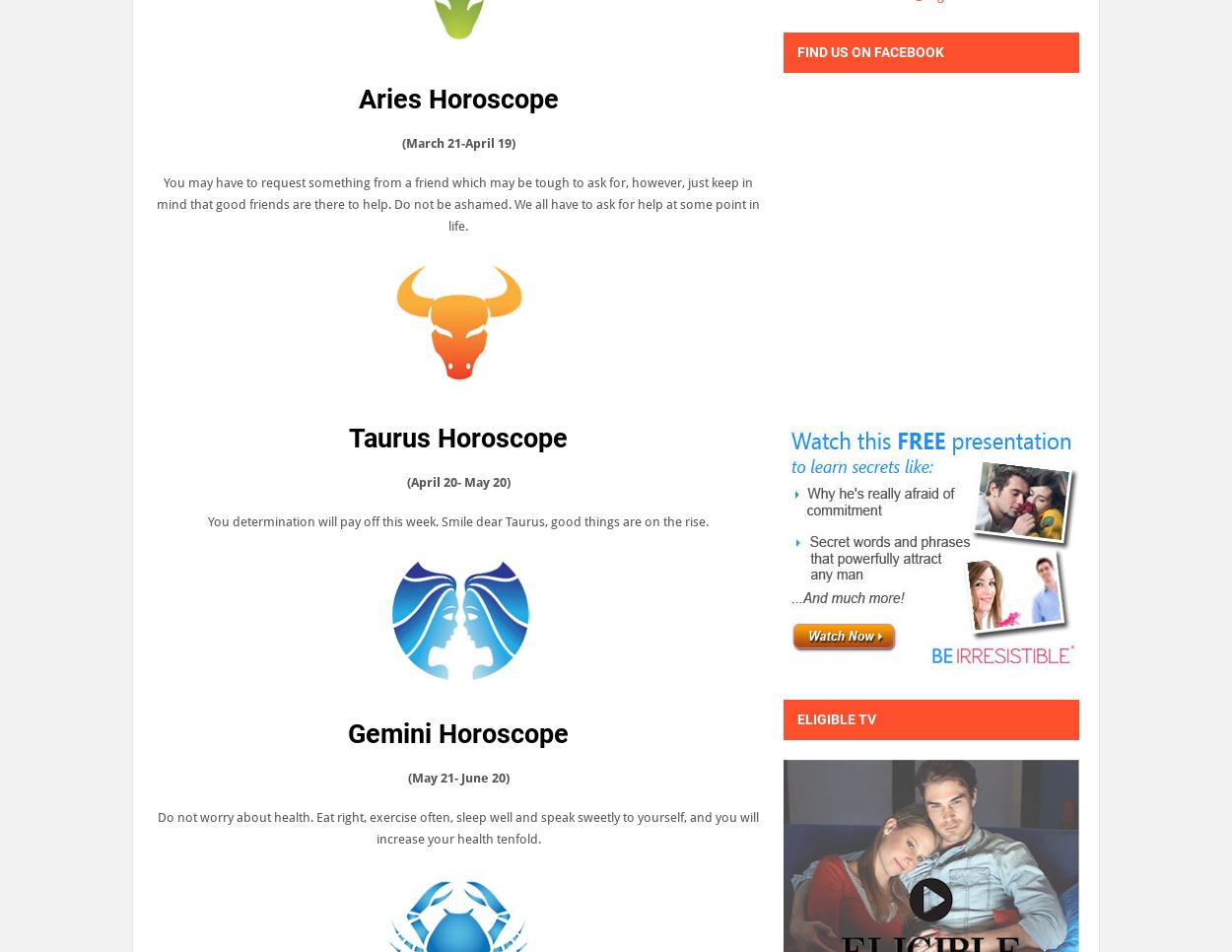 The width and height of the screenshot is (1232, 952). I want to click on '(May 21- June 20)', so click(456, 777).